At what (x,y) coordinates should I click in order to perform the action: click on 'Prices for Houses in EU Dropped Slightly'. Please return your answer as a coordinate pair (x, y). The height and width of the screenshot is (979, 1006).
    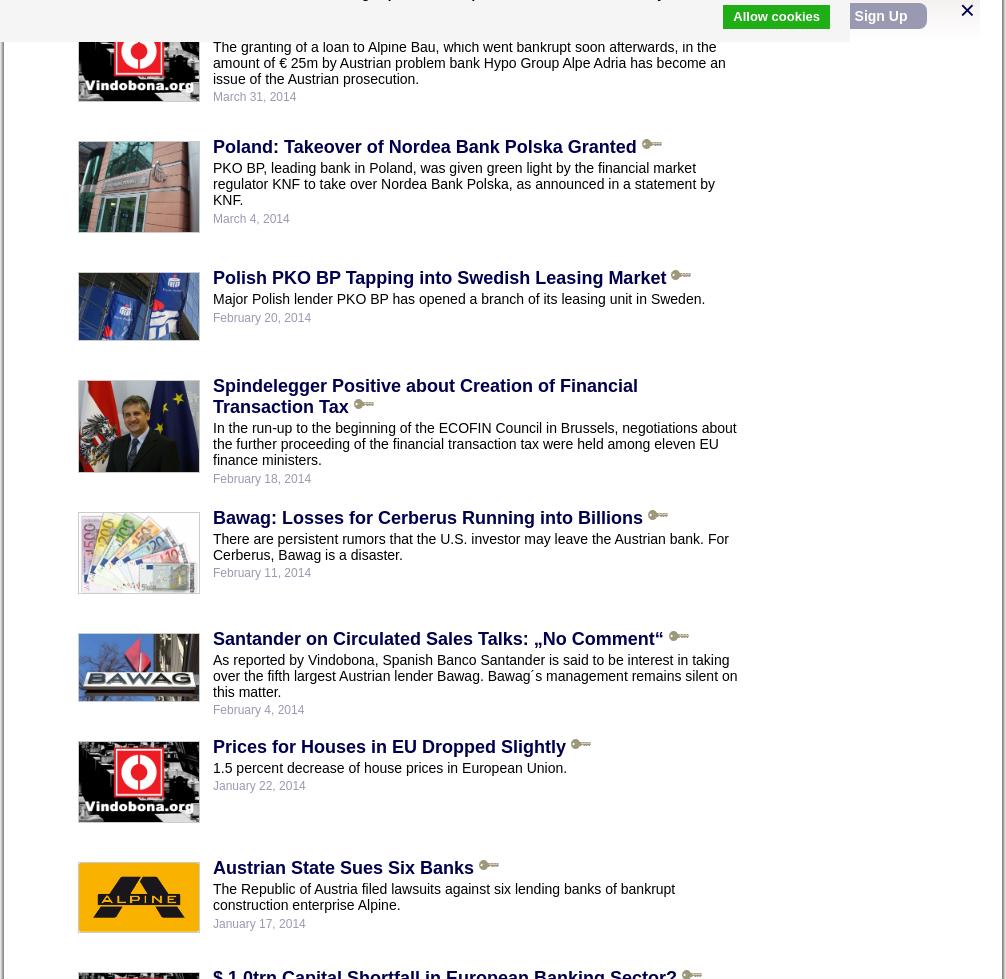
    Looking at the image, I should click on (388, 744).